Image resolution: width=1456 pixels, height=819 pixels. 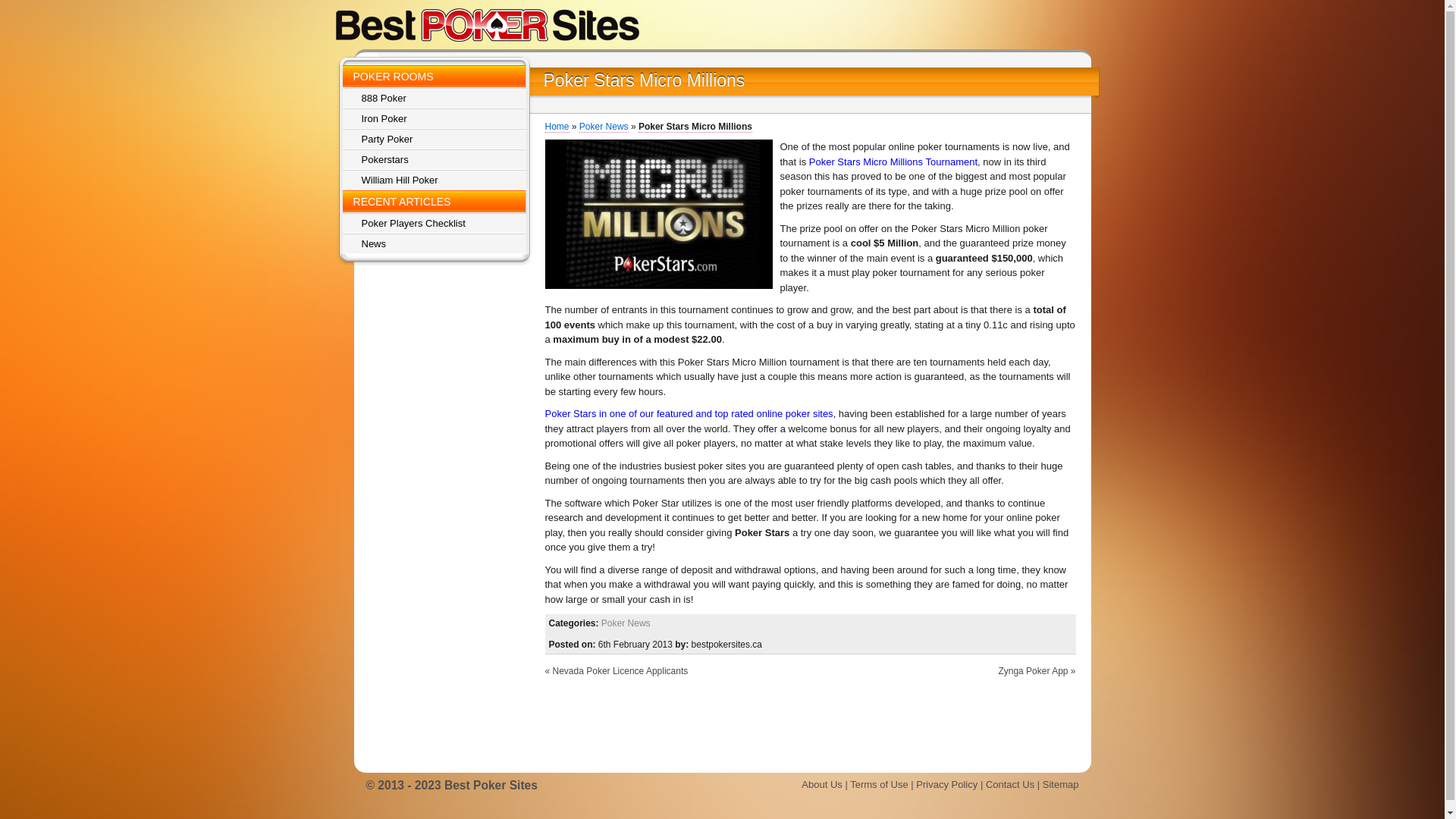 I want to click on 'Poker Stars Micro Millions Tournament', so click(x=893, y=162).